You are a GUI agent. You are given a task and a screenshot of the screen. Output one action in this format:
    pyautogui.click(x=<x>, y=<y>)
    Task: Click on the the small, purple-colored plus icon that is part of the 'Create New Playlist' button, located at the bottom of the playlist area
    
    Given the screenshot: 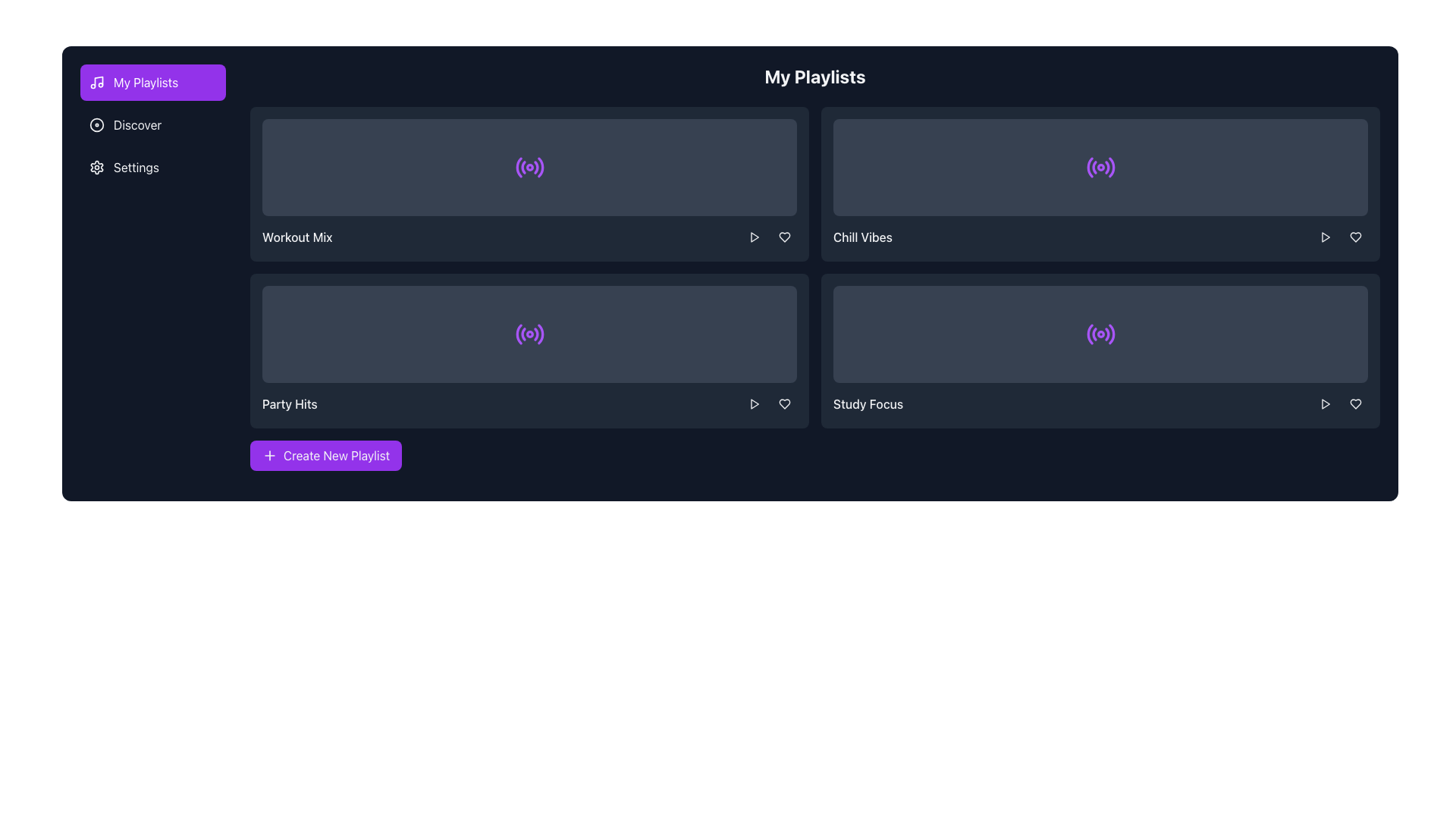 What is the action you would take?
    pyautogui.click(x=269, y=455)
    